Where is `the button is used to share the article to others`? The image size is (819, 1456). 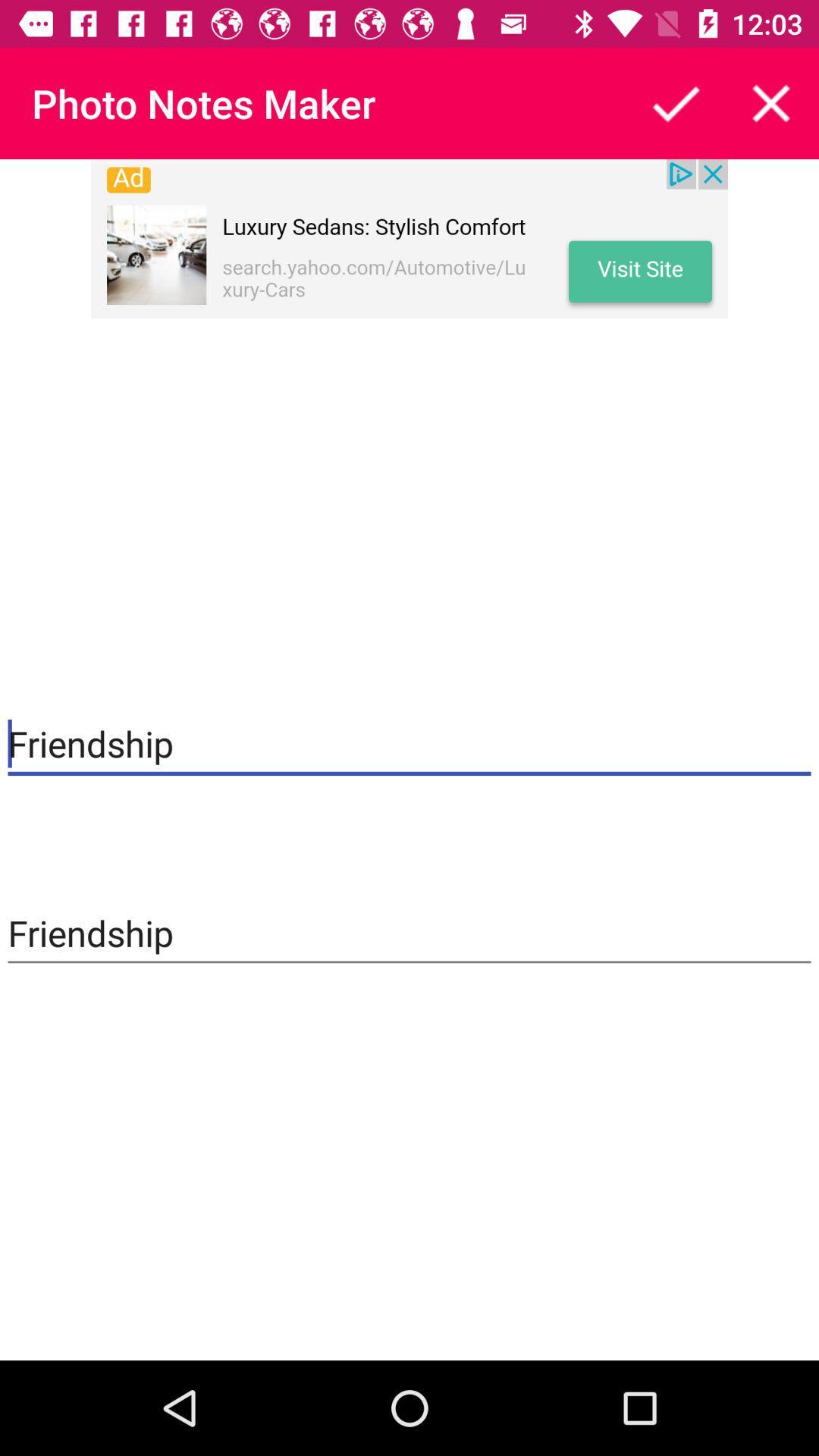
the button is used to share the article to others is located at coordinates (675, 102).